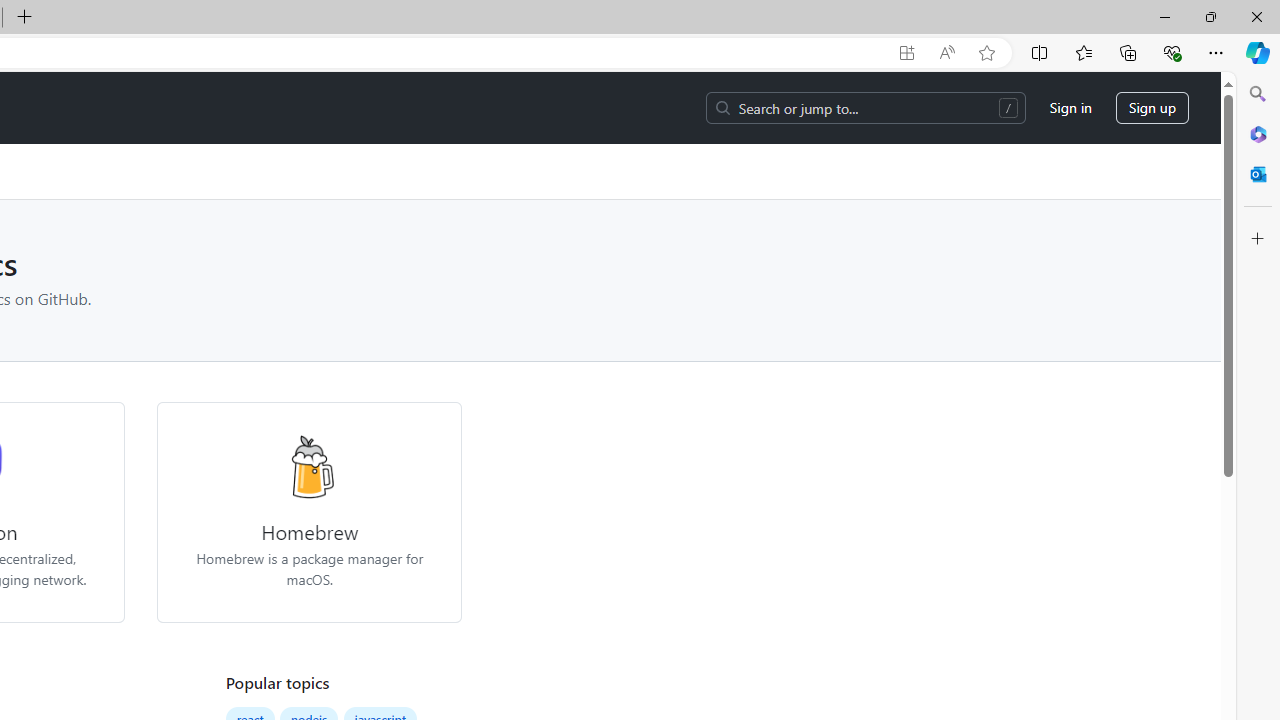 This screenshot has width=1280, height=720. I want to click on 'HomebrewHomebrew is a package manager for macOS.', so click(308, 511).